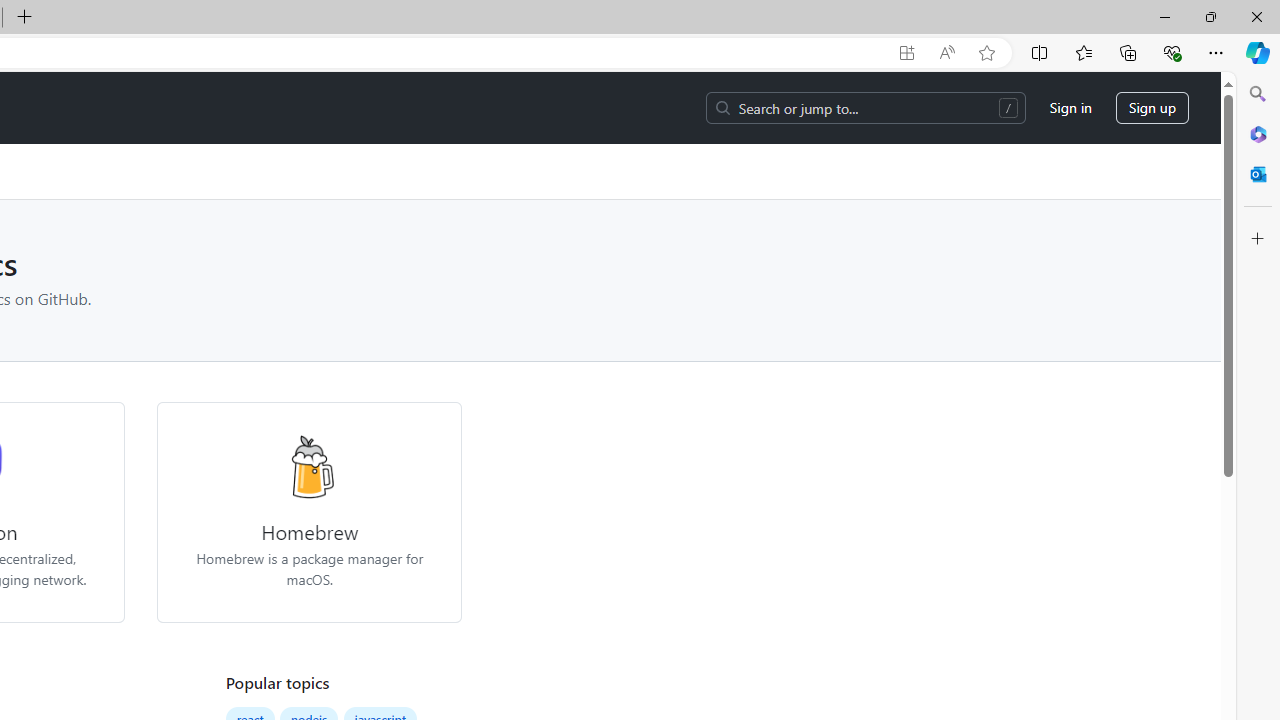 This screenshot has width=1280, height=720. I want to click on 'HomebrewHomebrew is a package manager for macOS.', so click(308, 511).